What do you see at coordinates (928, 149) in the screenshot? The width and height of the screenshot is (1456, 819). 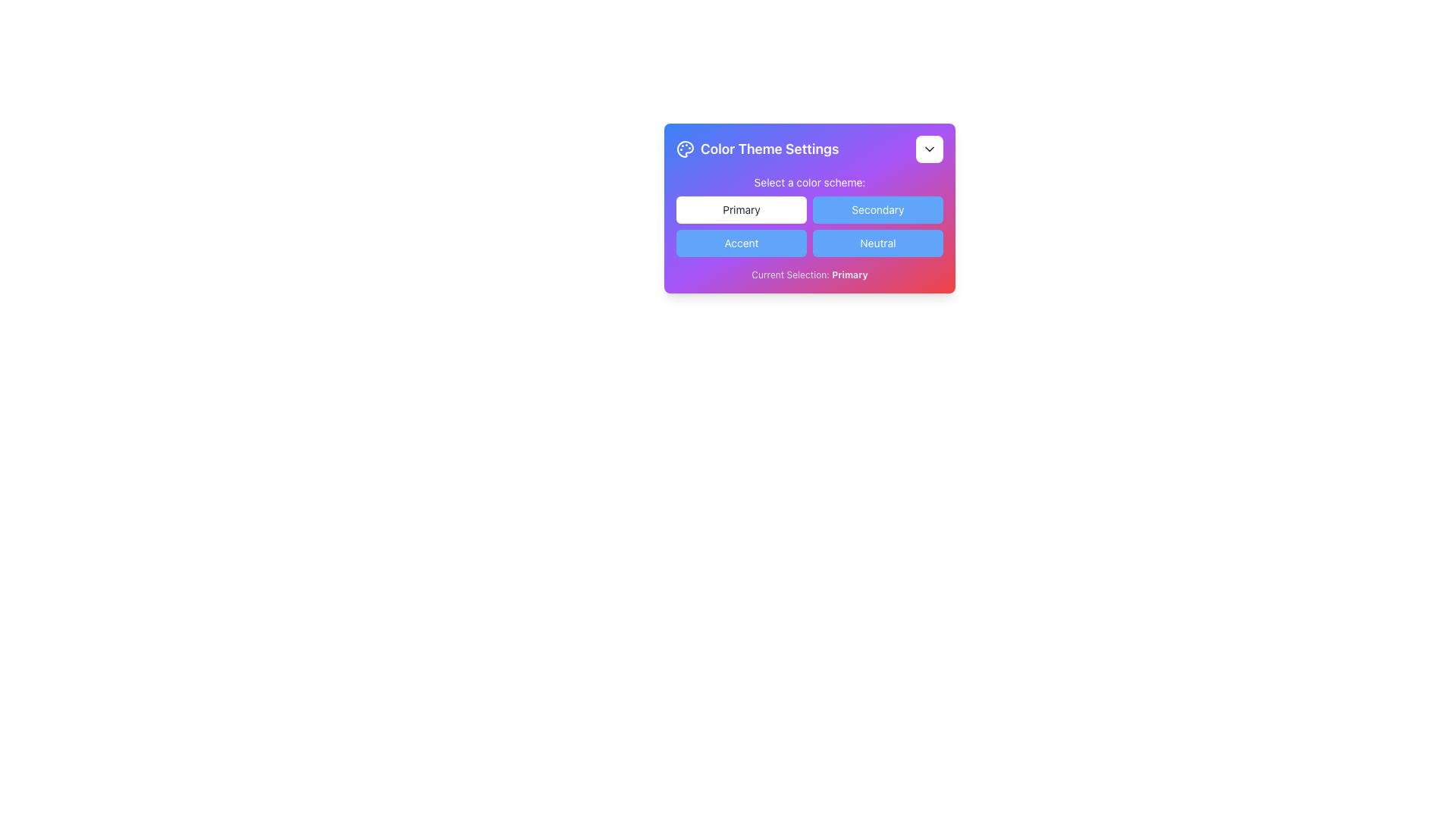 I see `the dropdown trigger button located in the top-right corner of the 'Color Theme Settings' UI card` at bounding box center [928, 149].